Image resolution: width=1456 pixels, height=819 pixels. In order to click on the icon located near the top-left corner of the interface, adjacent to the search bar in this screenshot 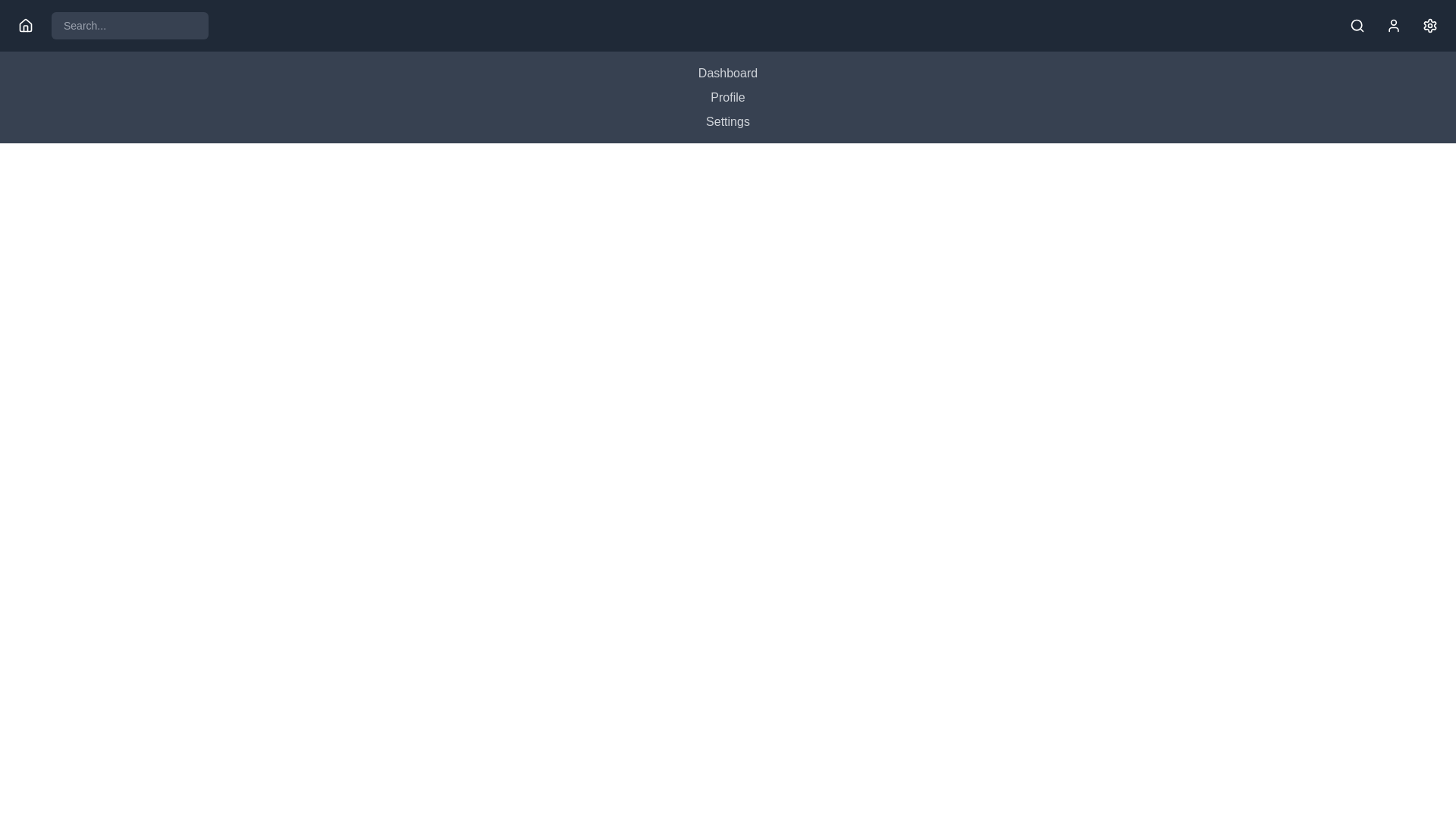, I will do `click(25, 26)`.